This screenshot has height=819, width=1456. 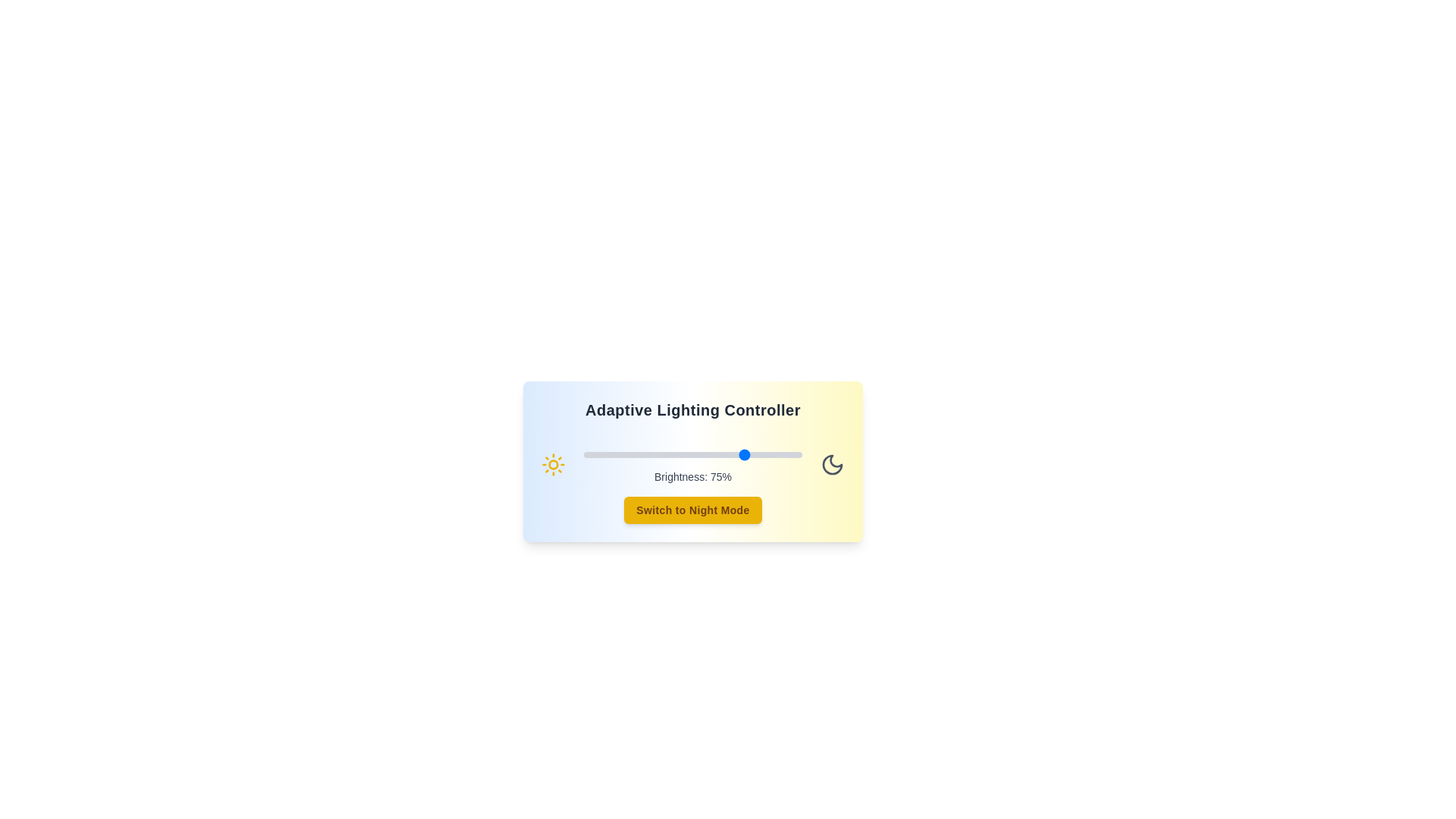 I want to click on the brightness level, so click(x=709, y=454).